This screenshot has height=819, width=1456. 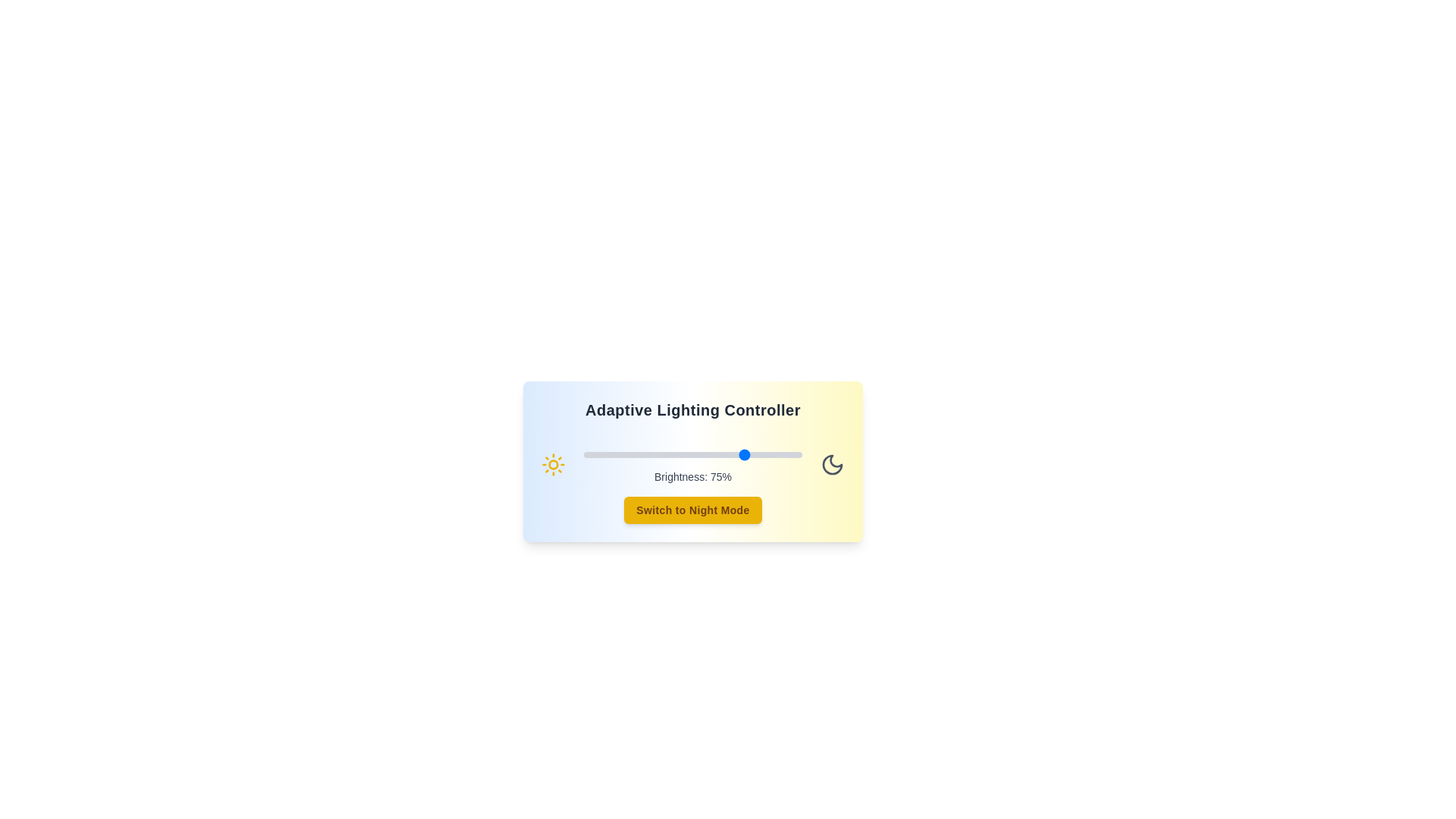 I want to click on the brightness level, so click(x=709, y=454).